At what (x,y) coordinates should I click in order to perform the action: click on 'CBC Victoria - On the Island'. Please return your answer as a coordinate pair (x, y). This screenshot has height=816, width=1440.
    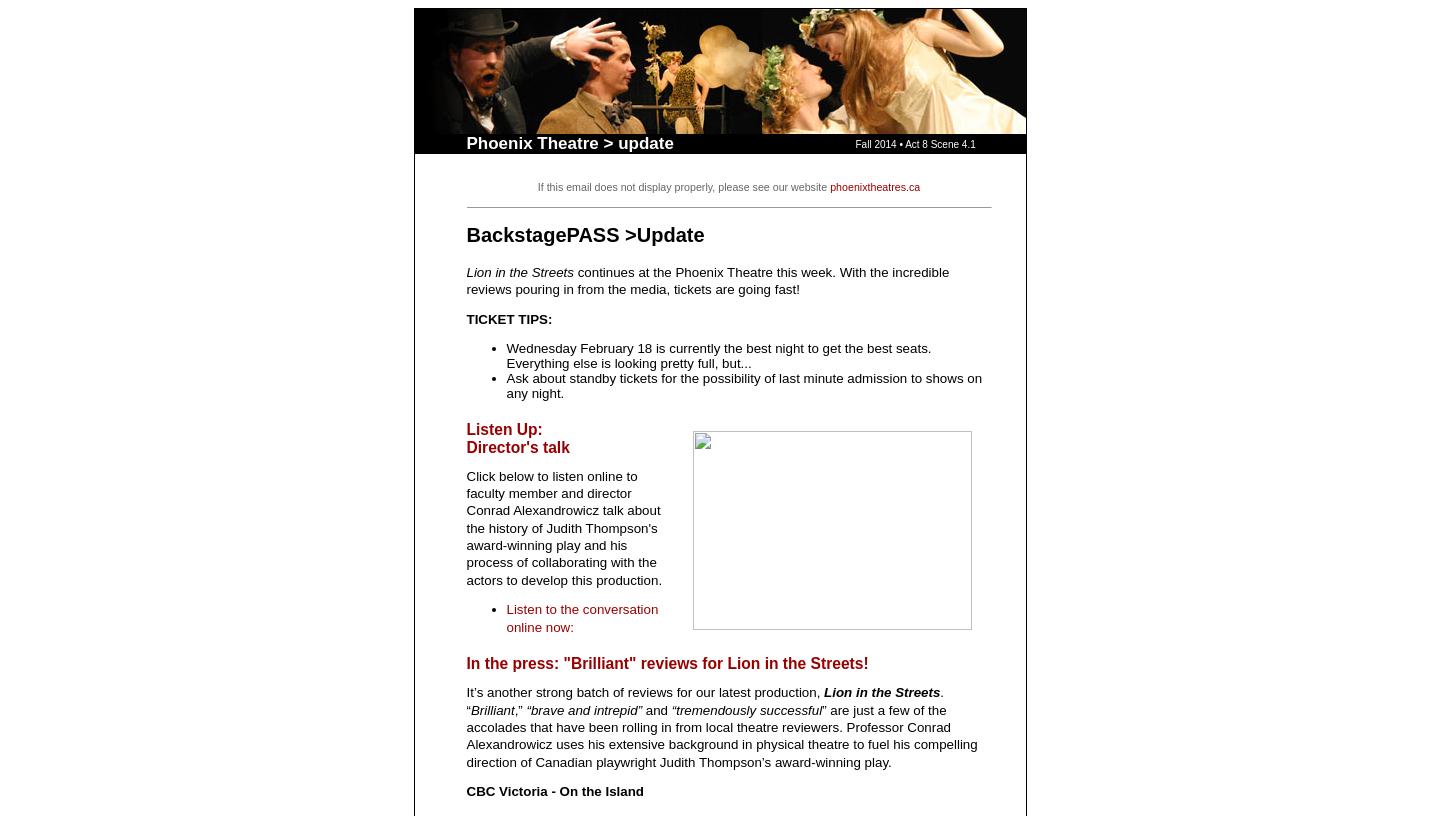
    Looking at the image, I should click on (465, 791).